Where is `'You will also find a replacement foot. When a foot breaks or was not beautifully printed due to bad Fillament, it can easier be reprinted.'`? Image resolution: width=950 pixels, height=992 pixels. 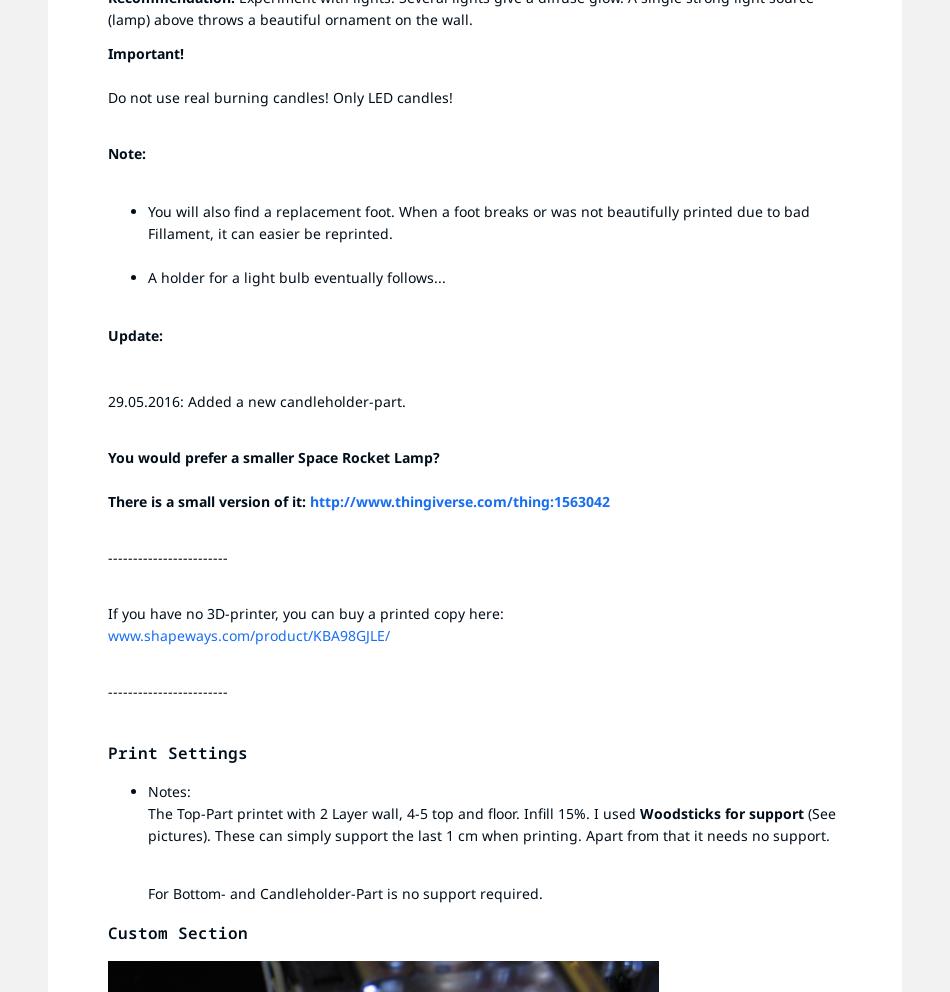
'You will also find a replacement foot. When a foot breaks or was not beautifully printed due to bad Fillament, it can easier be reprinted.' is located at coordinates (478, 222).